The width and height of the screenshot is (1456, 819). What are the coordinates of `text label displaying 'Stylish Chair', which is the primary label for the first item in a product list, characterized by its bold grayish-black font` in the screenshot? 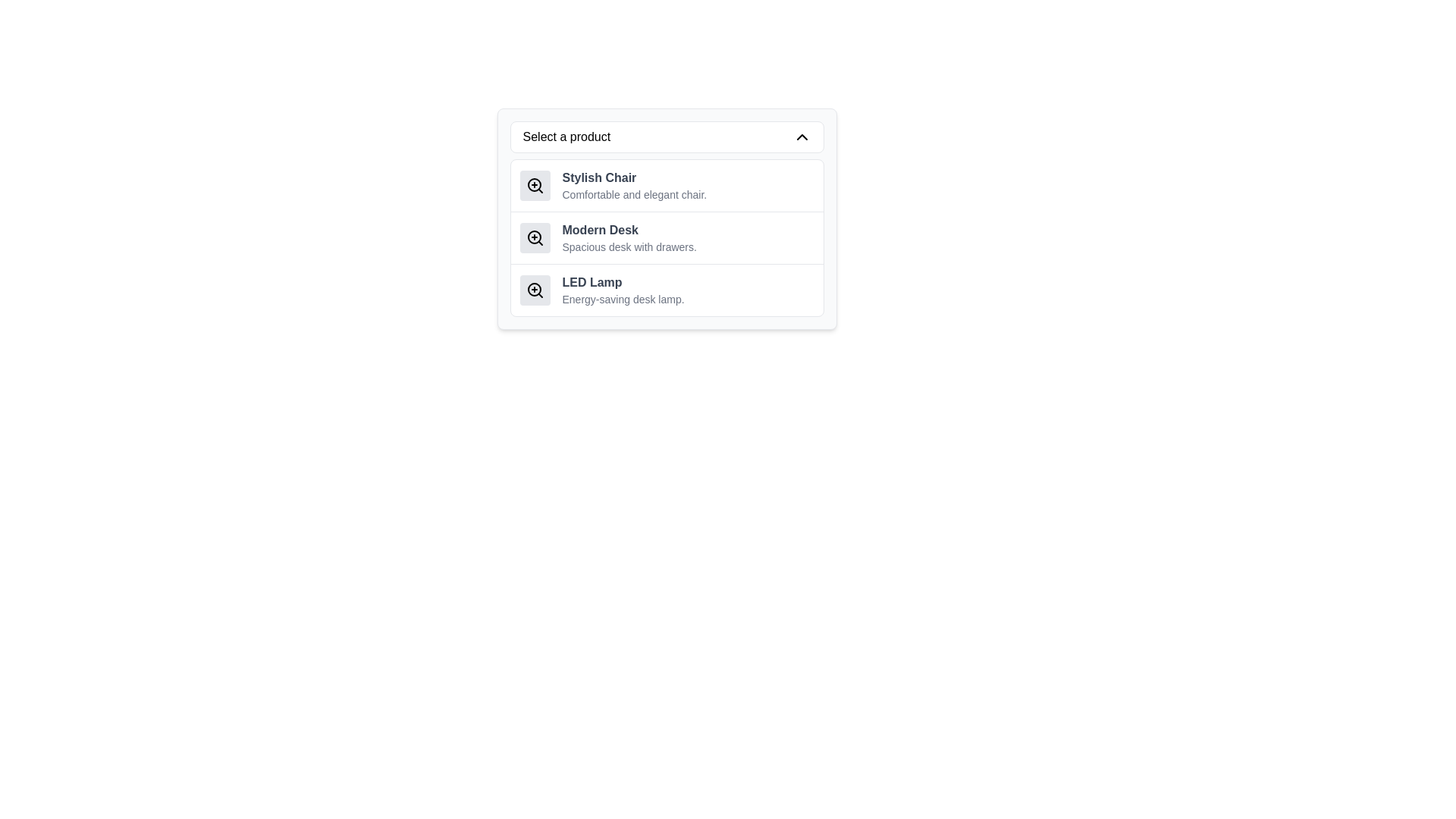 It's located at (634, 177).